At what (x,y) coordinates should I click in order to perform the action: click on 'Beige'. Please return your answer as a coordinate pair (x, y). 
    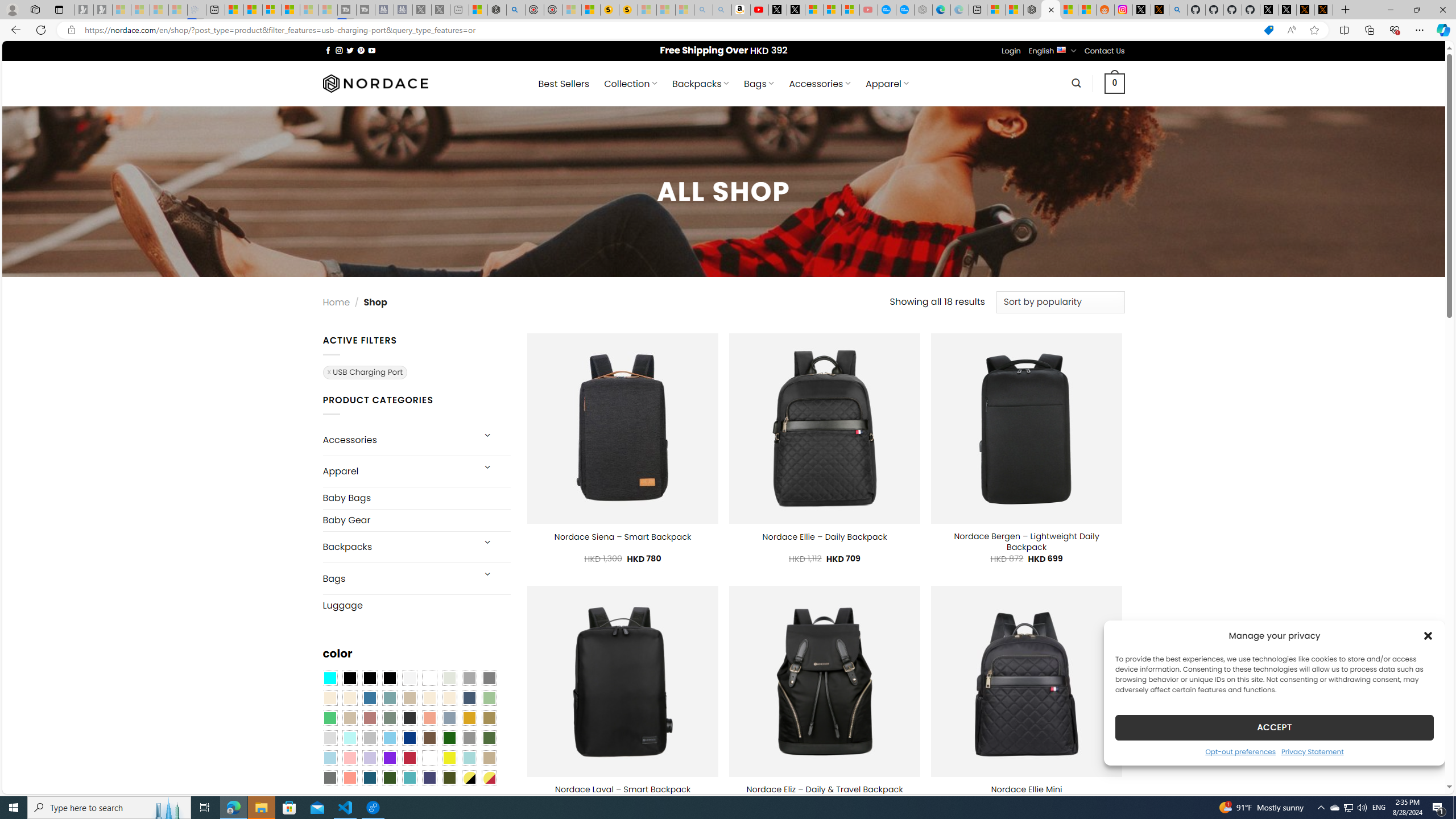
    Looking at the image, I should click on (329, 698).